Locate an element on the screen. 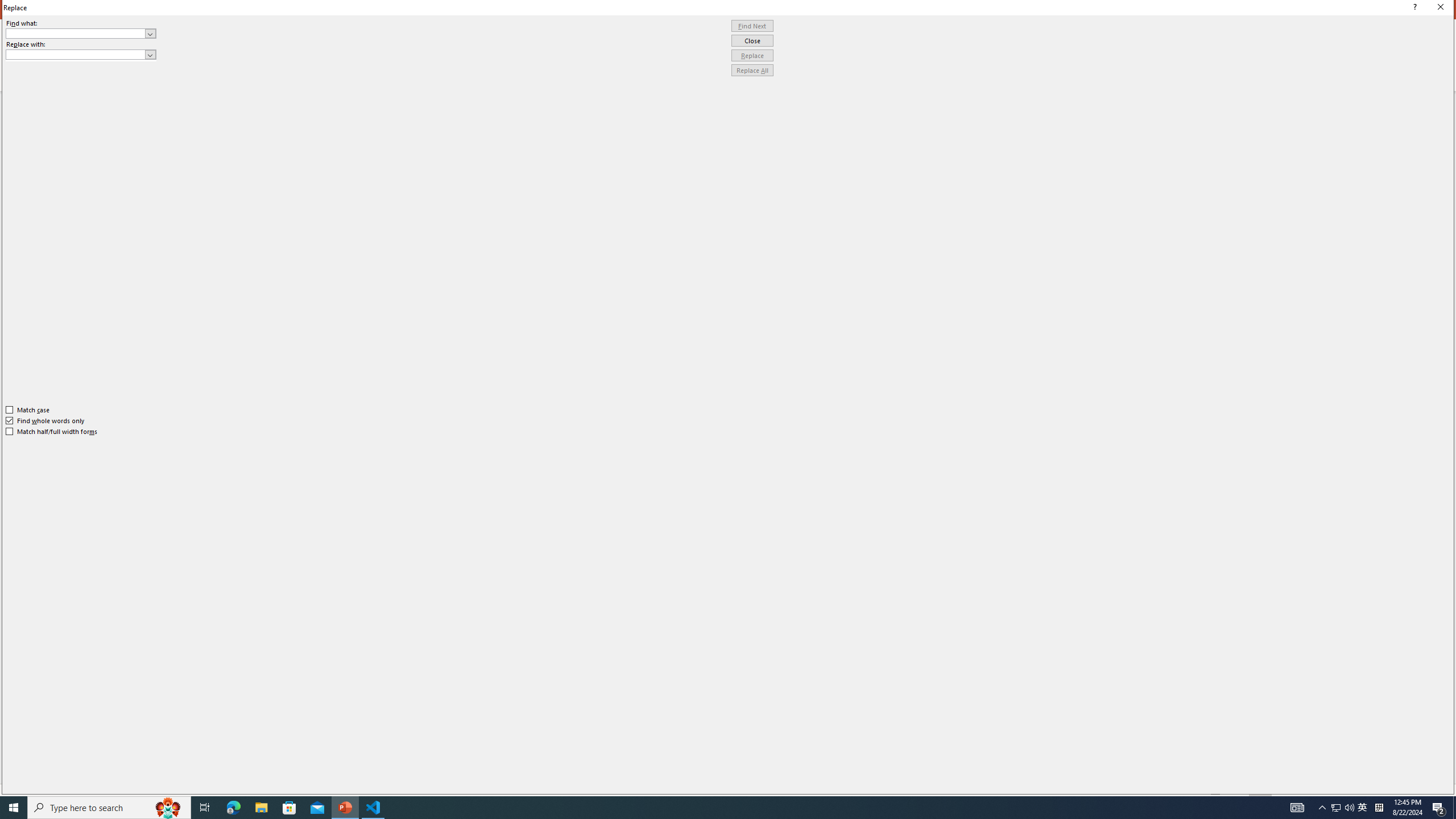 Image resolution: width=1456 pixels, height=819 pixels. 'Find Next' is located at coordinates (752, 26).